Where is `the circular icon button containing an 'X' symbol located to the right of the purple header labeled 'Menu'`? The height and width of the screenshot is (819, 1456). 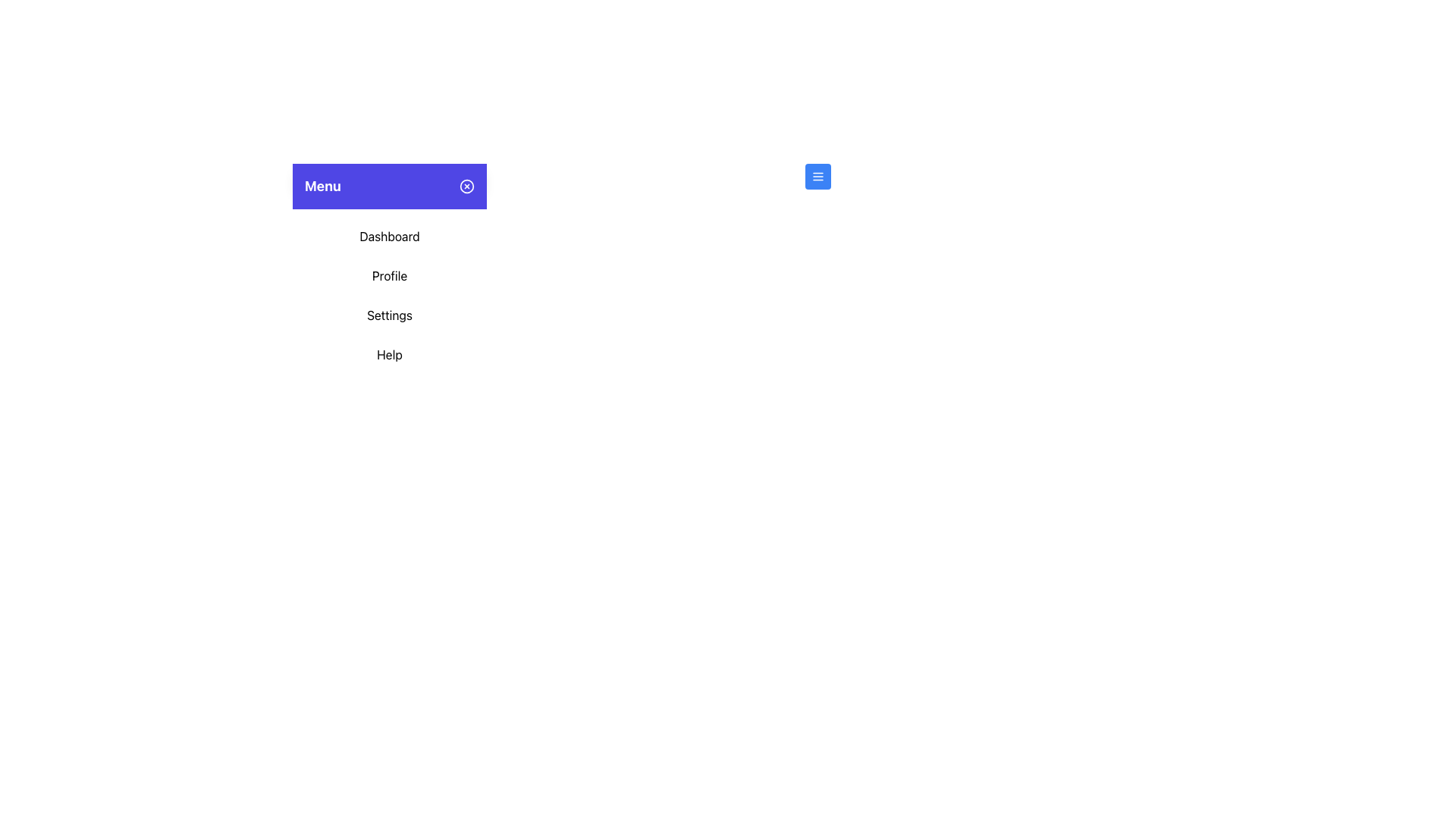 the circular icon button containing an 'X' symbol located to the right of the purple header labeled 'Menu' is located at coordinates (466, 186).